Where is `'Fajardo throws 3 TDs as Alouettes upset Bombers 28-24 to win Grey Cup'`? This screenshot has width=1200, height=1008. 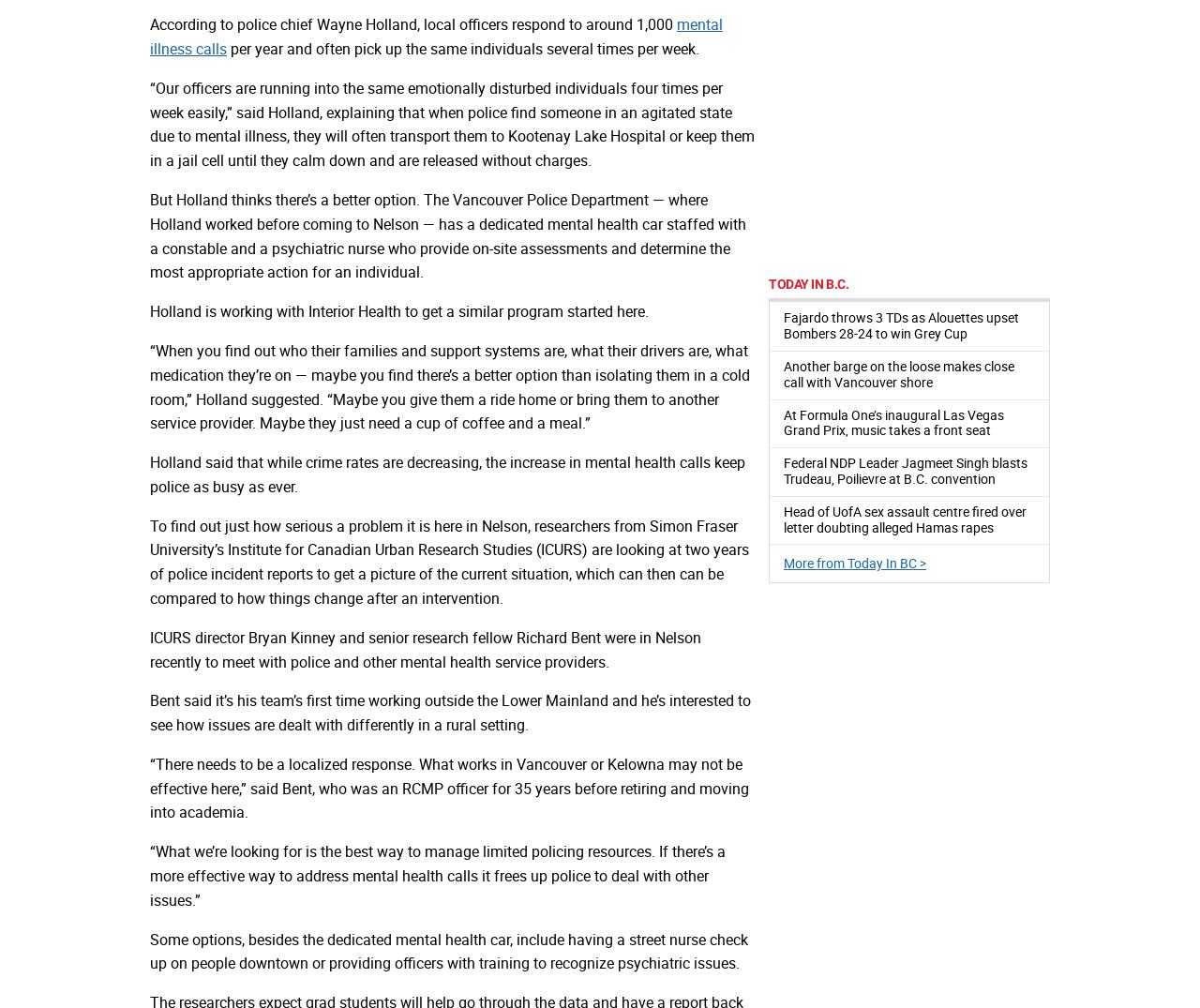
'Fajardo throws 3 TDs as Alouettes upset Bombers 28-24 to win Grey Cup' is located at coordinates (901, 325).